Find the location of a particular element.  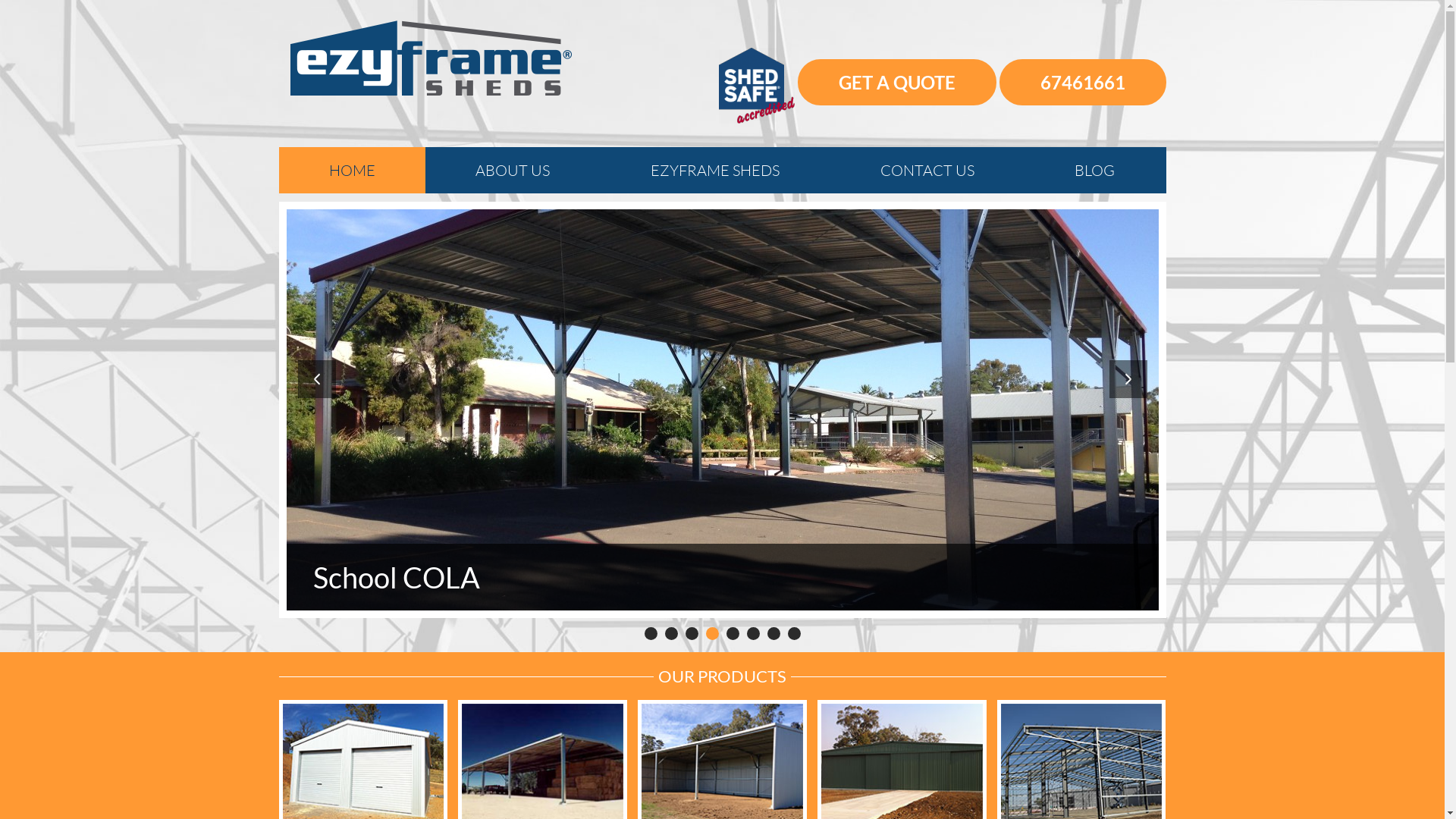

'8' is located at coordinates (792, 633).